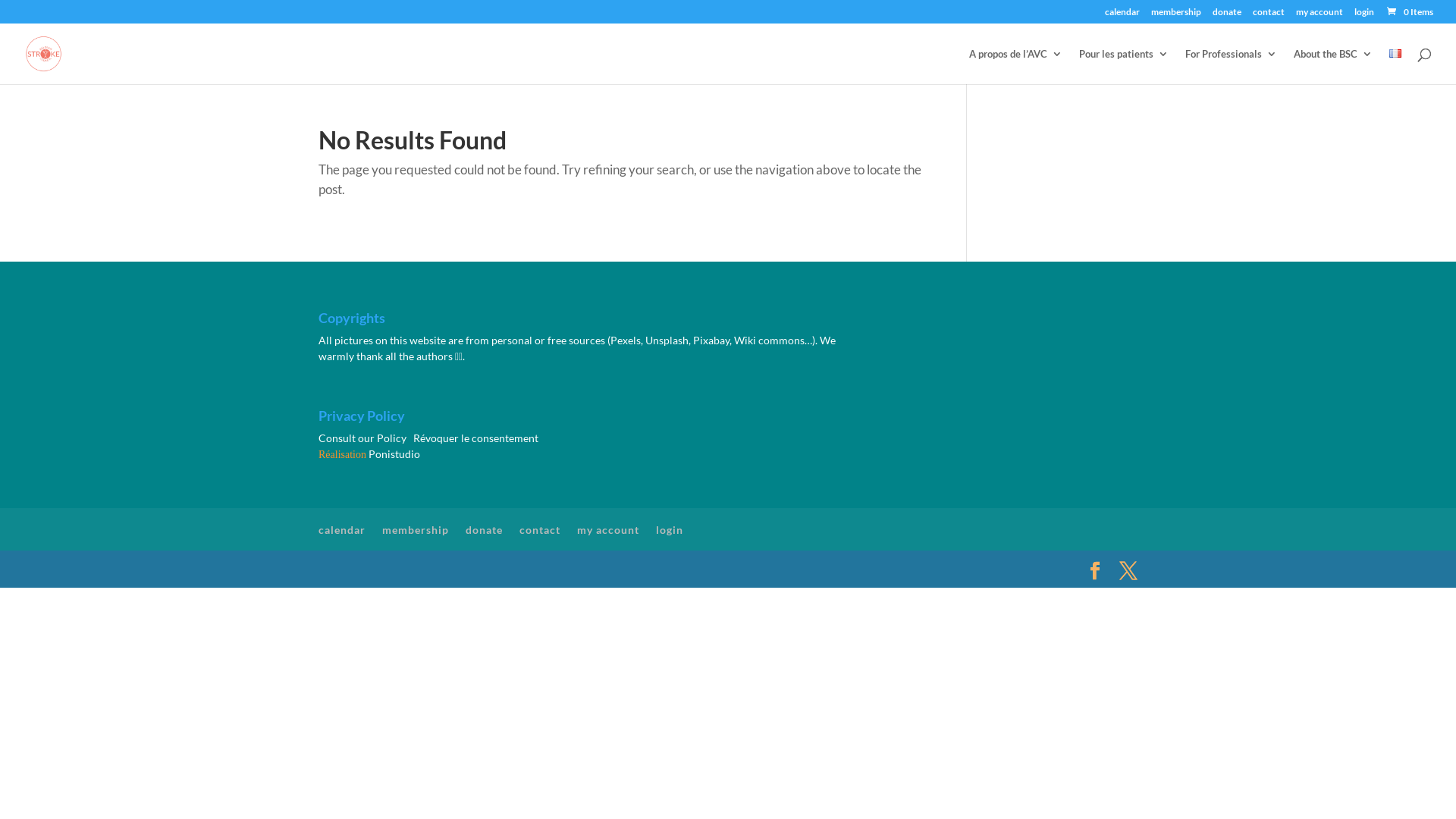 The width and height of the screenshot is (1456, 819). What do you see at coordinates (539, 529) in the screenshot?
I see `'contact'` at bounding box center [539, 529].